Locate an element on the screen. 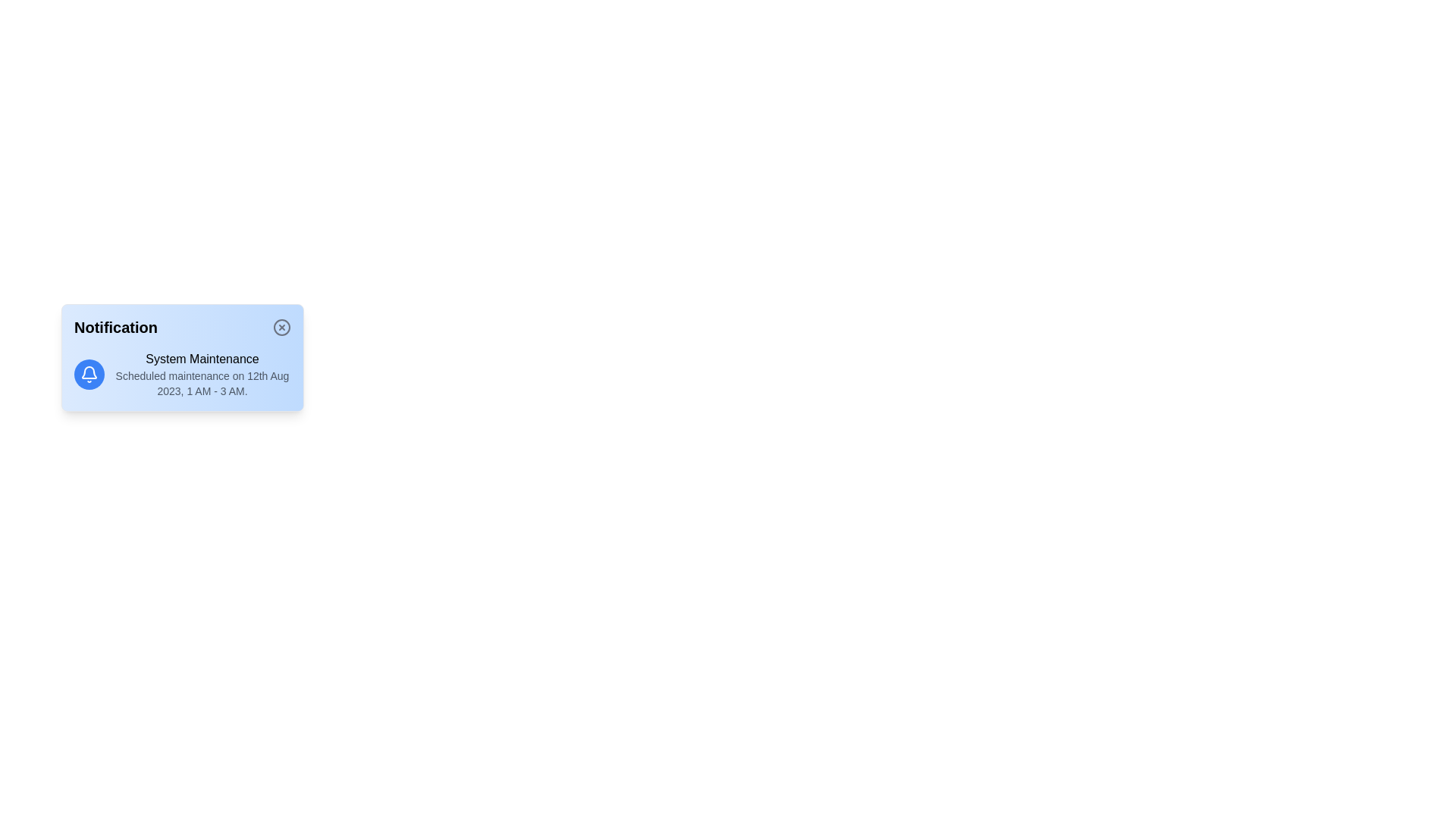 Image resolution: width=1456 pixels, height=819 pixels. the 'Notification' text label, which is prominently displayed in large, bold black font at the top-left of a light blue card interface is located at coordinates (115, 327).